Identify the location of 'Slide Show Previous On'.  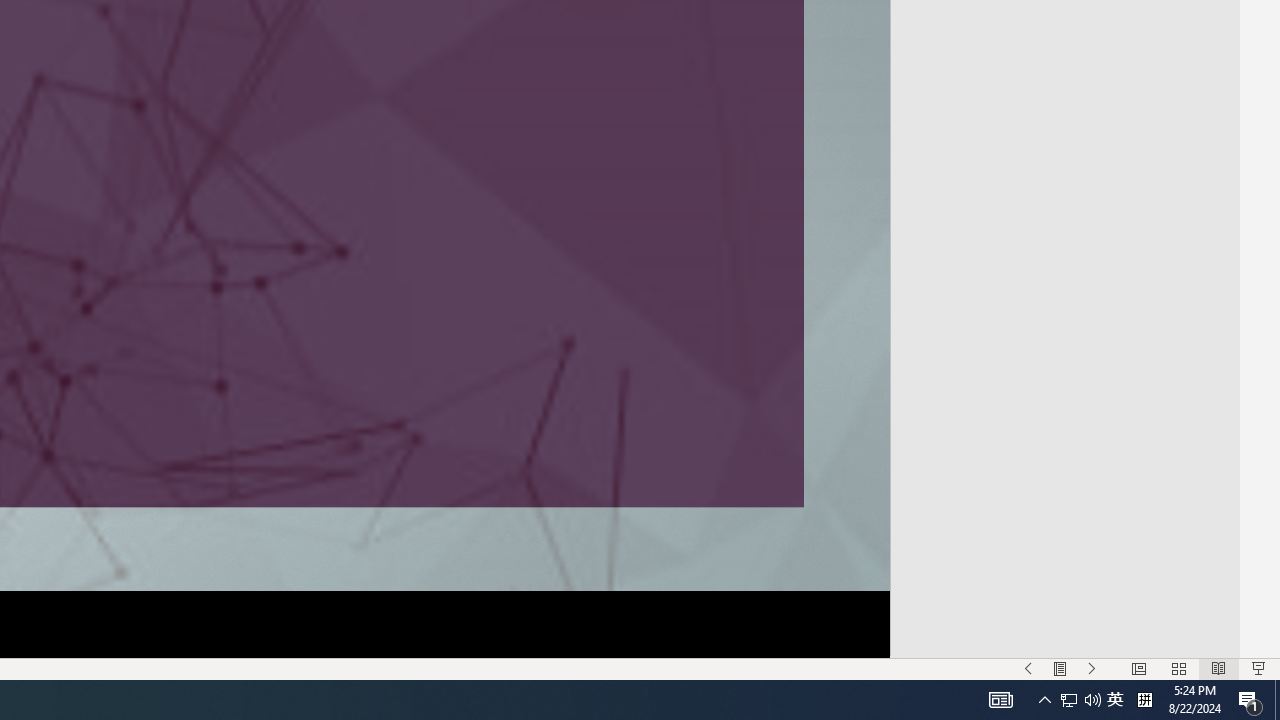
(1028, 669).